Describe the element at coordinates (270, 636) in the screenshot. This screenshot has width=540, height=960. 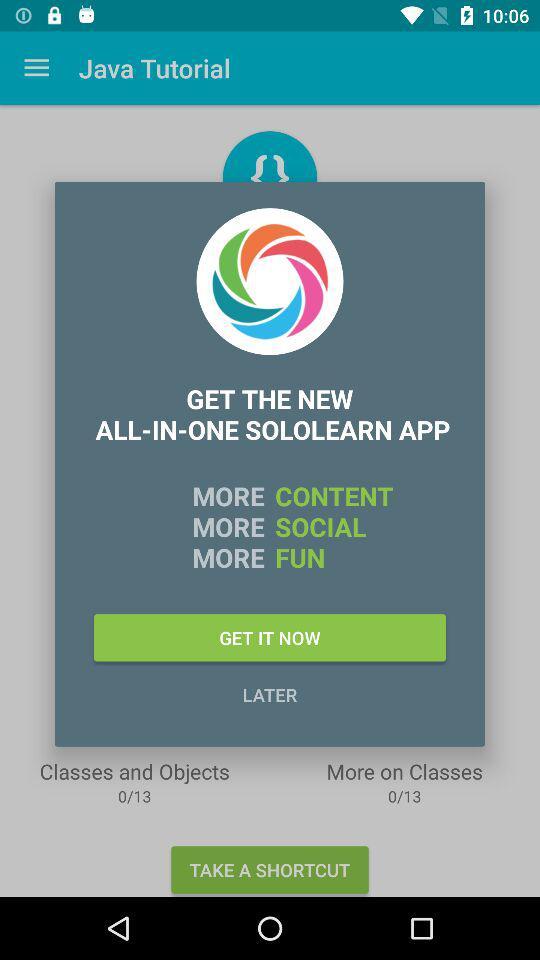
I see `the get it now icon` at that location.